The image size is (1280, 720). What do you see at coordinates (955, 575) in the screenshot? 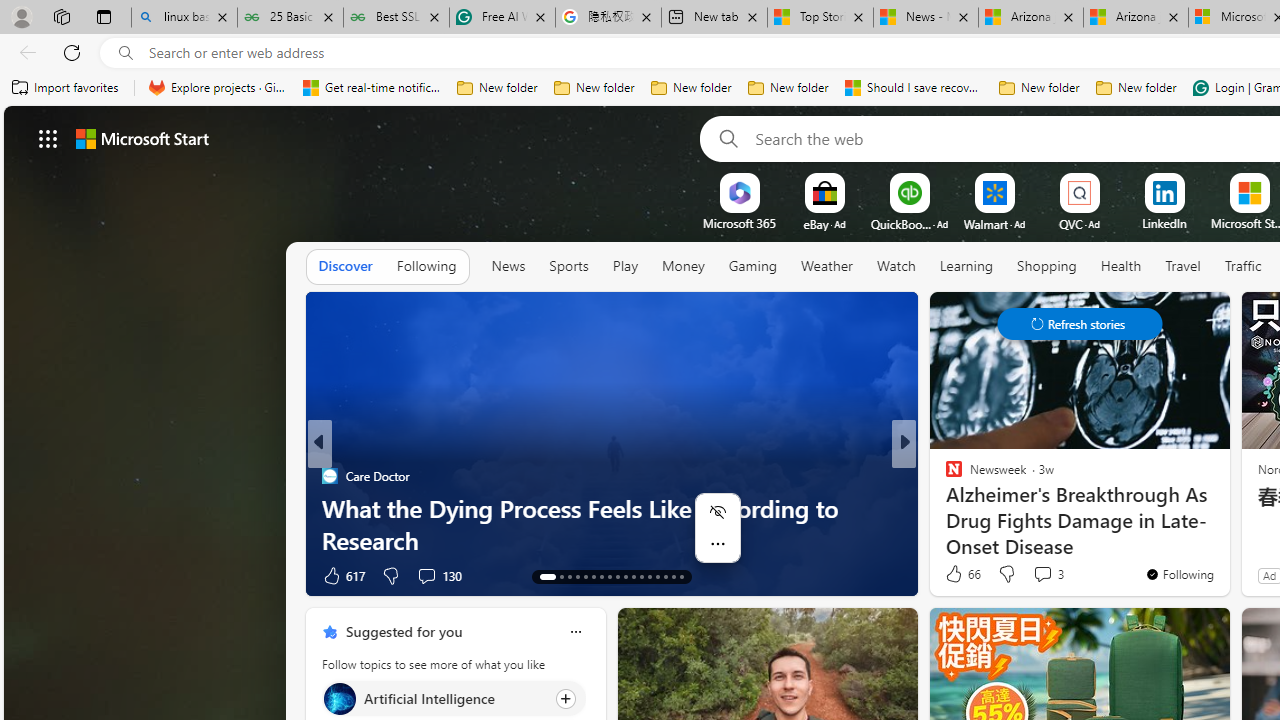
I see `'80 Like'` at bounding box center [955, 575].